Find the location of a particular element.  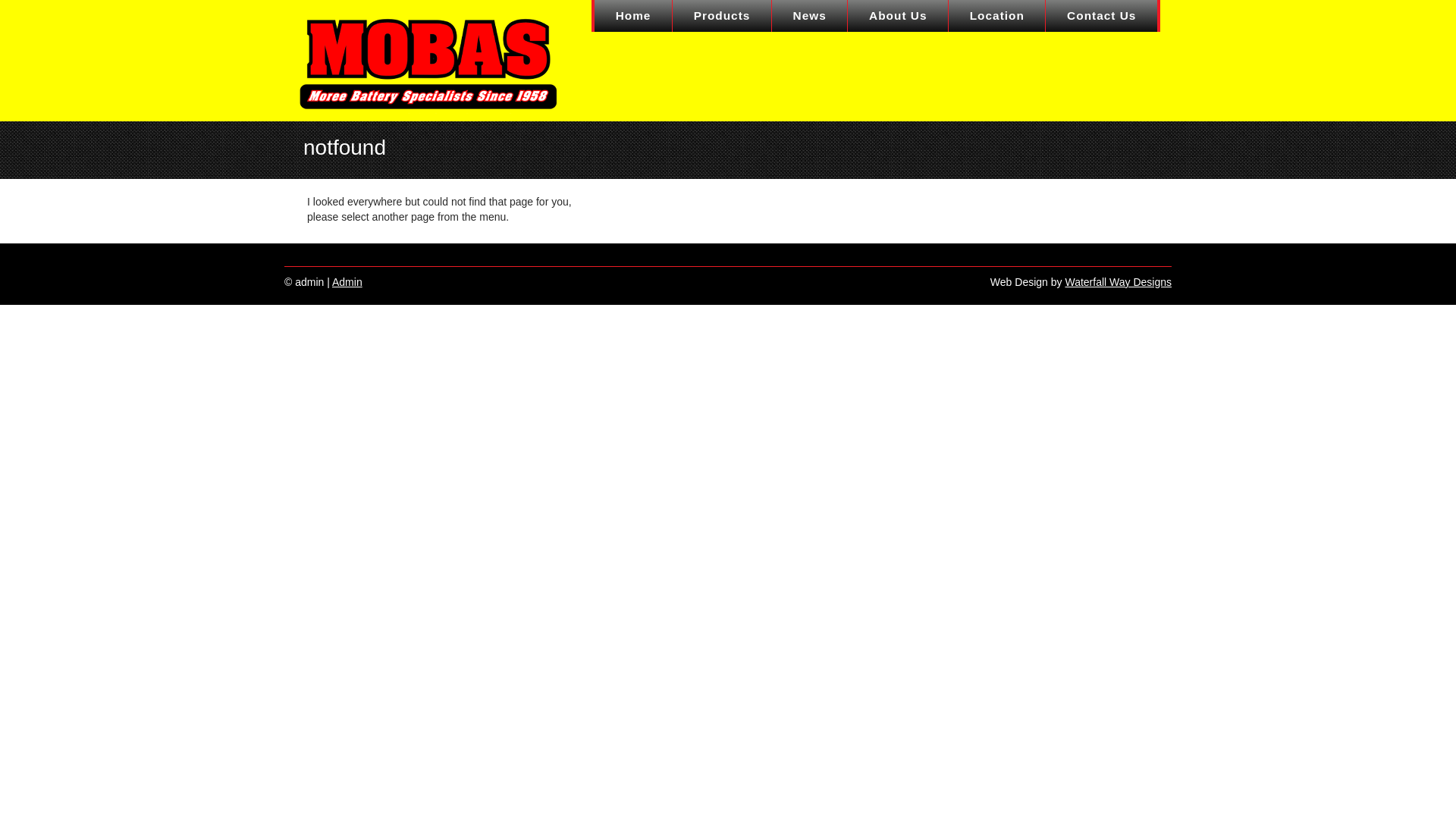

'Location' is located at coordinates (997, 15).